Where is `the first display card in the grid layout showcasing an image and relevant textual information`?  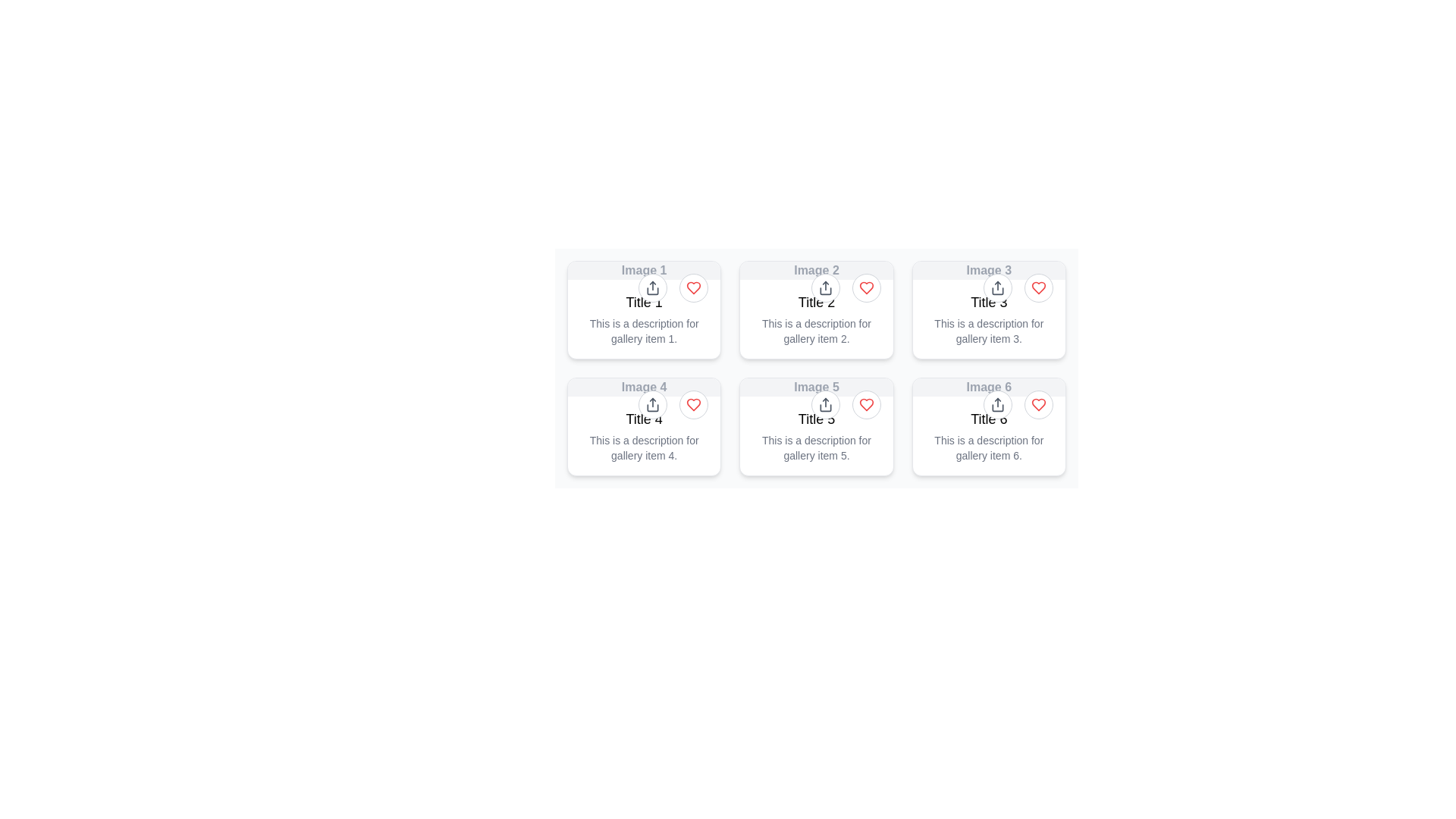
the first display card in the grid layout showcasing an image and relevant textual information is located at coordinates (644, 309).